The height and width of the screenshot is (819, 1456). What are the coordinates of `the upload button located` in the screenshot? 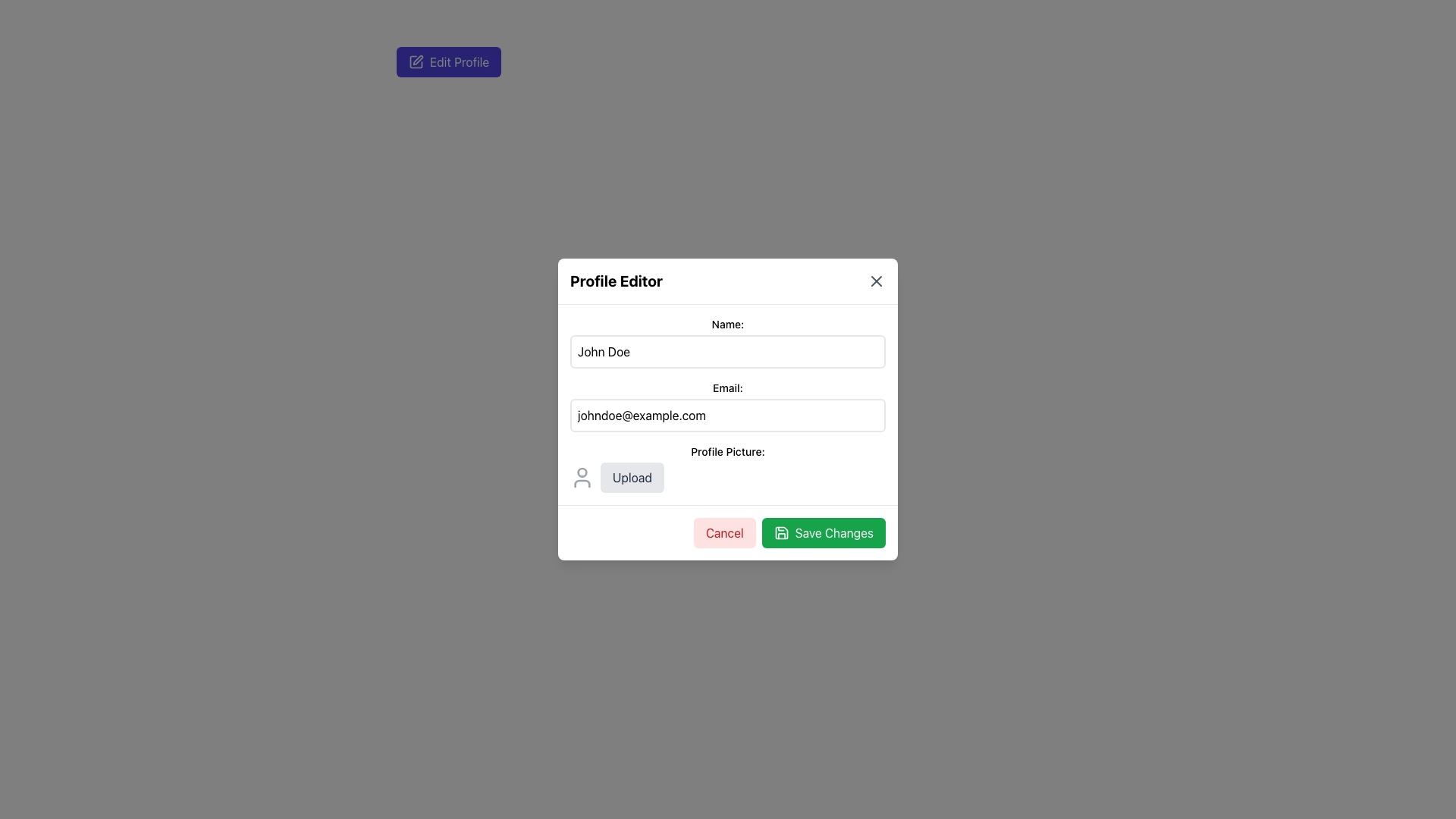 It's located at (632, 476).